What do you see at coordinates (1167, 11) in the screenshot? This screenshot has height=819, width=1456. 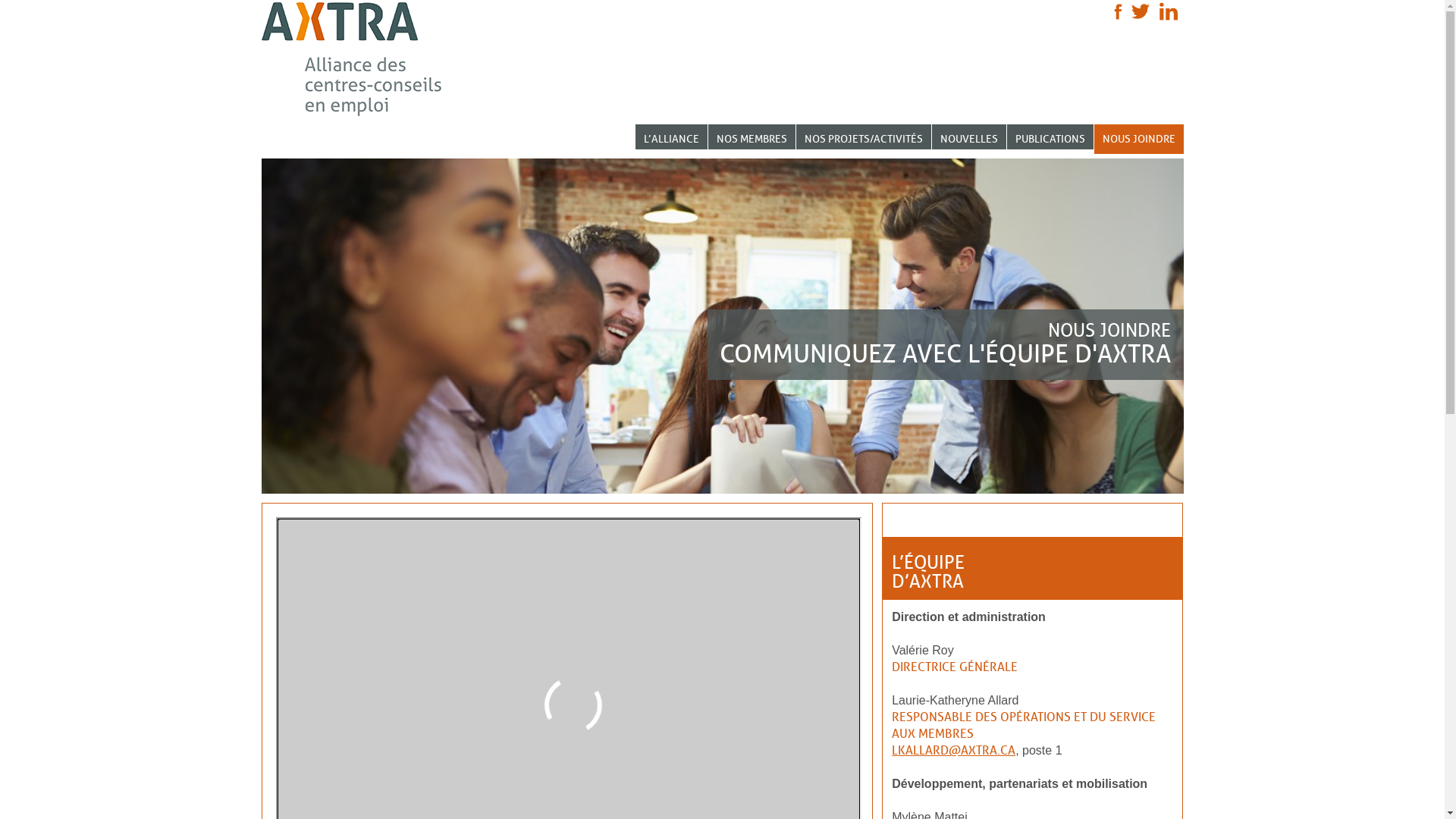 I see `'LinkedIn'` at bounding box center [1167, 11].